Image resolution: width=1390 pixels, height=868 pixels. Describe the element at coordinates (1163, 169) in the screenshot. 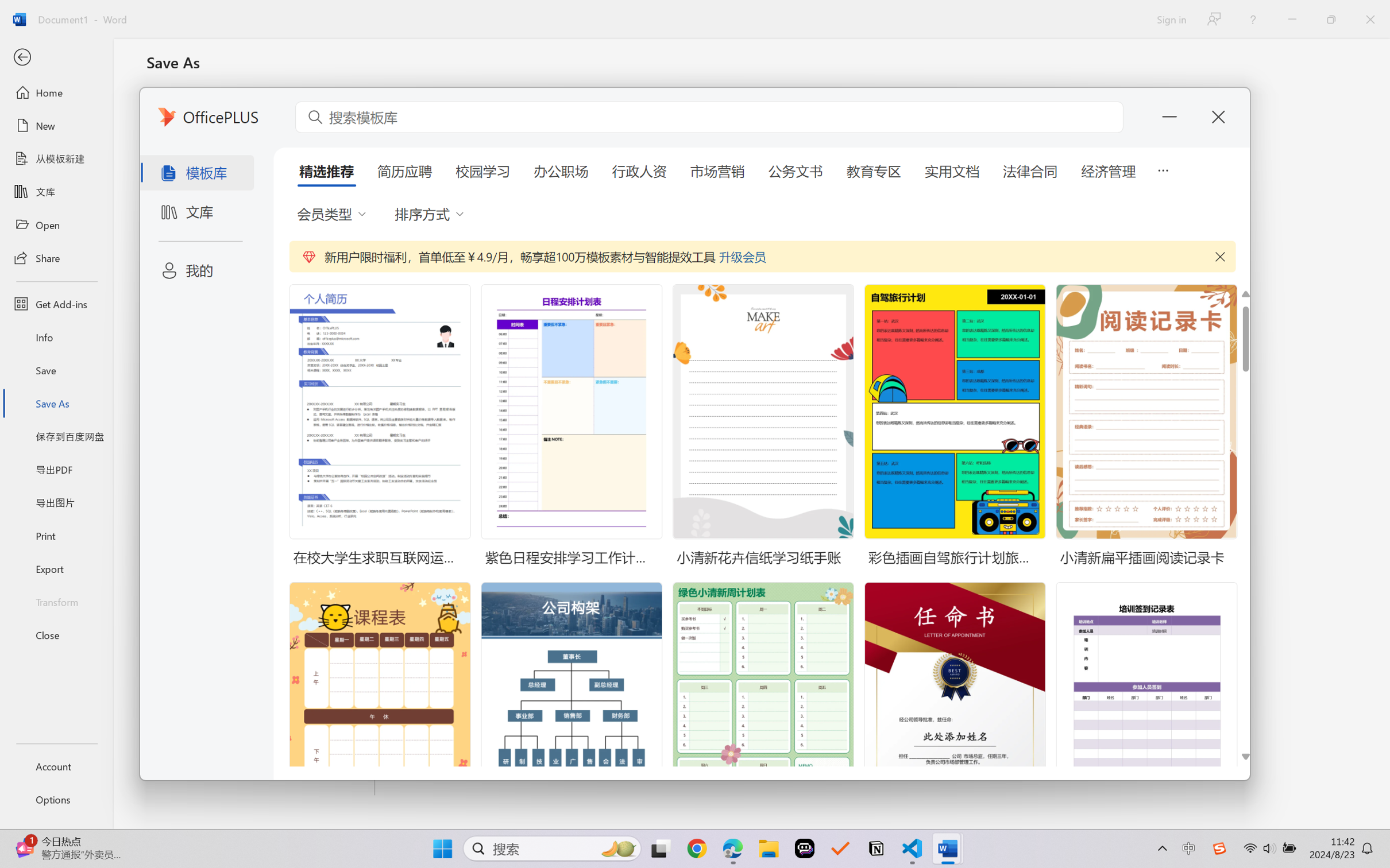

I see `'5 more tabs'` at that location.